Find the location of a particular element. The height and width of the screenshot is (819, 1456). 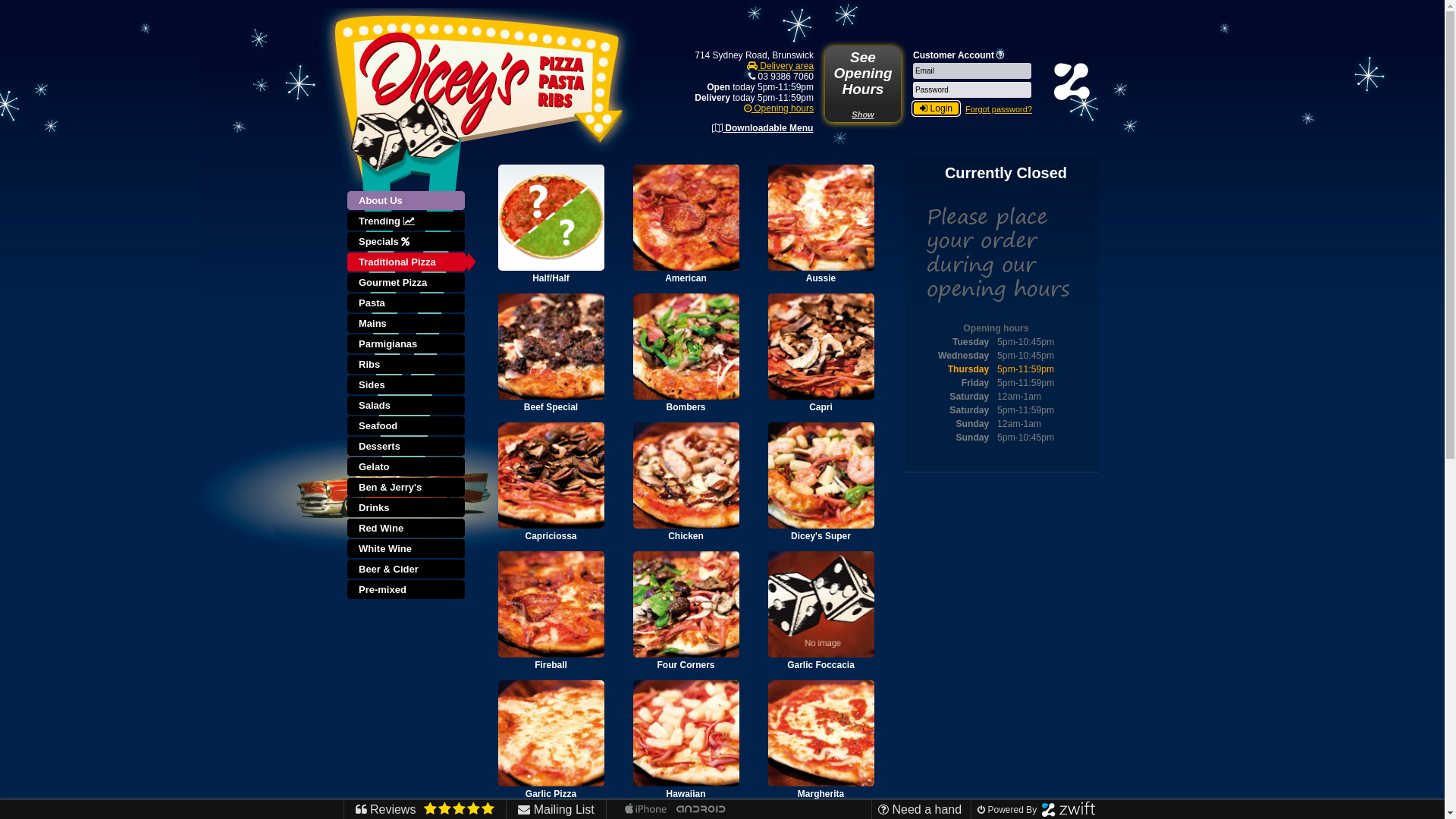

'About Us' is located at coordinates (411, 200).